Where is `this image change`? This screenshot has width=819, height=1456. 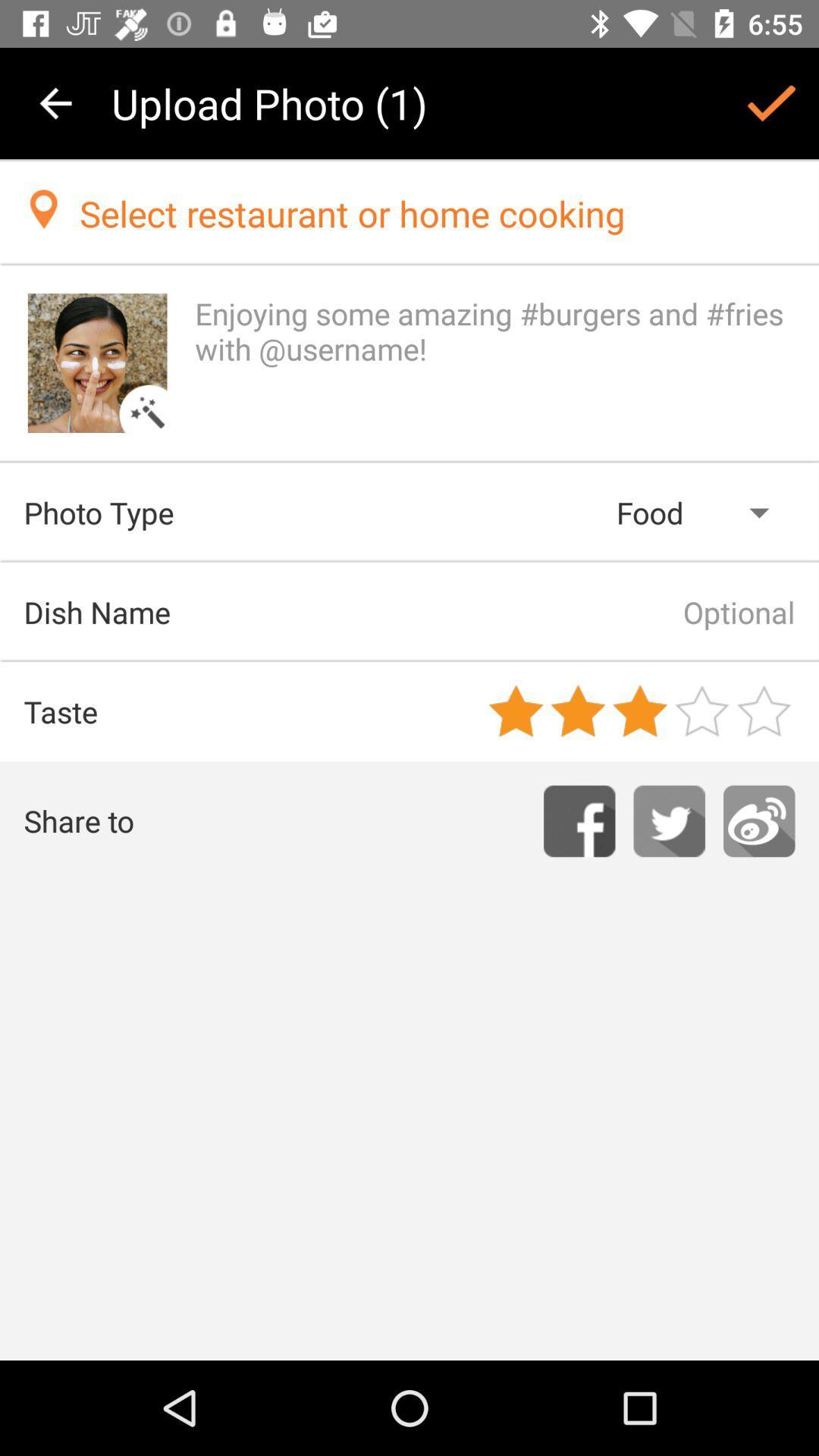
this image change is located at coordinates (97, 362).